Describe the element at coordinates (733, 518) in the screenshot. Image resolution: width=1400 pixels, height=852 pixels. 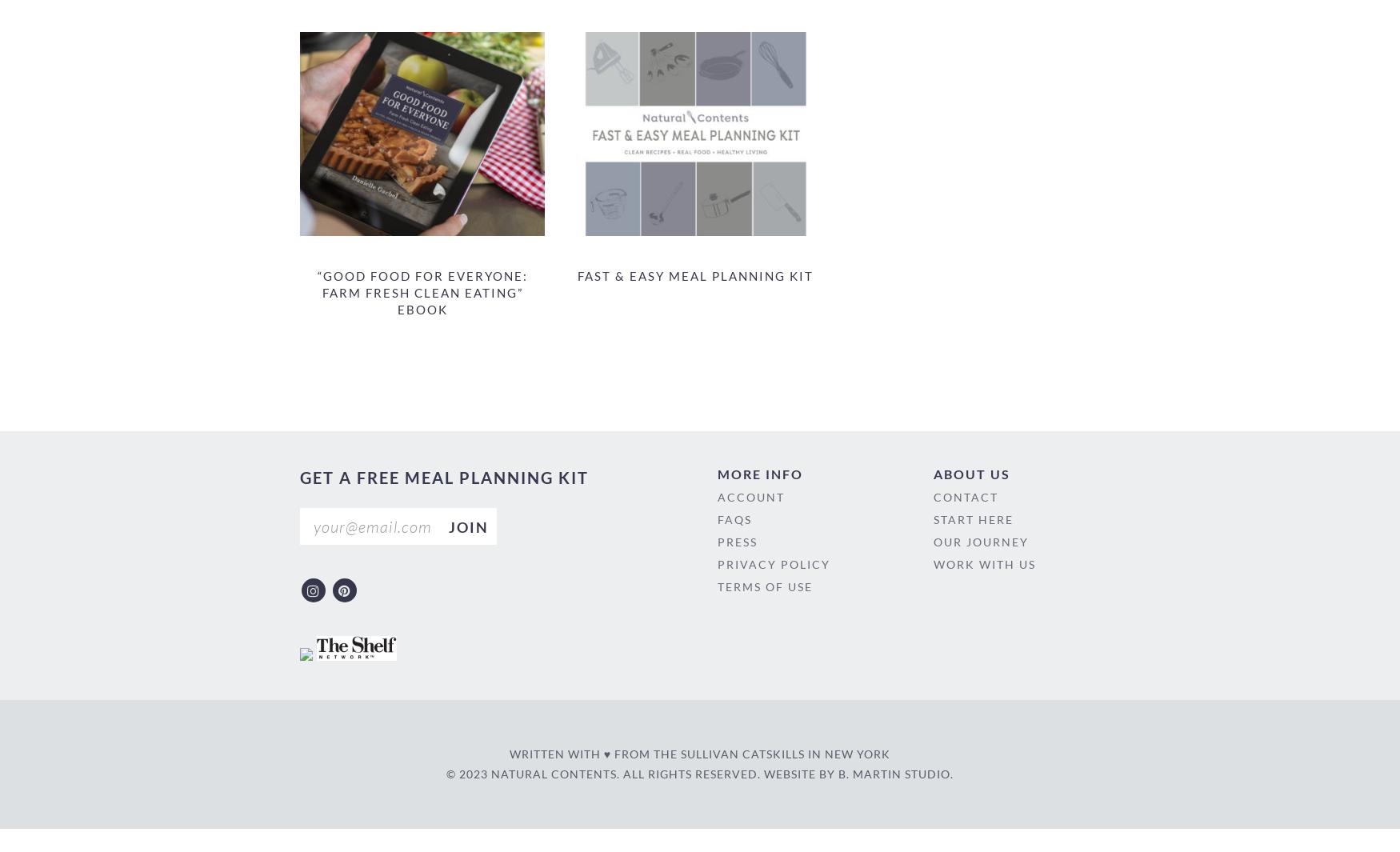
I see `'FAQs'` at that location.